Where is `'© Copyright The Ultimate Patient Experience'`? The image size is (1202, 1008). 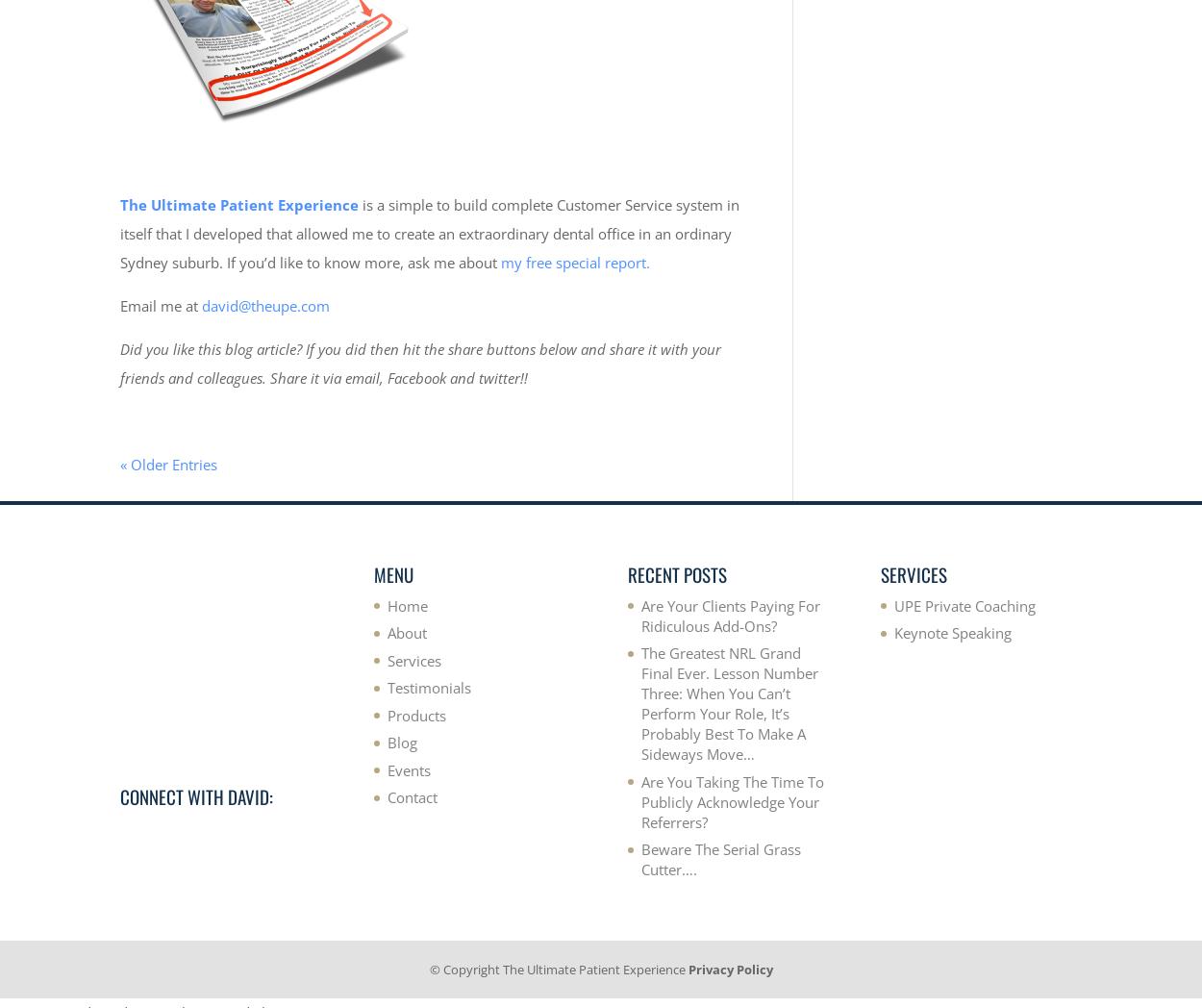 '© Copyright The Ultimate Patient Experience' is located at coordinates (557, 969).